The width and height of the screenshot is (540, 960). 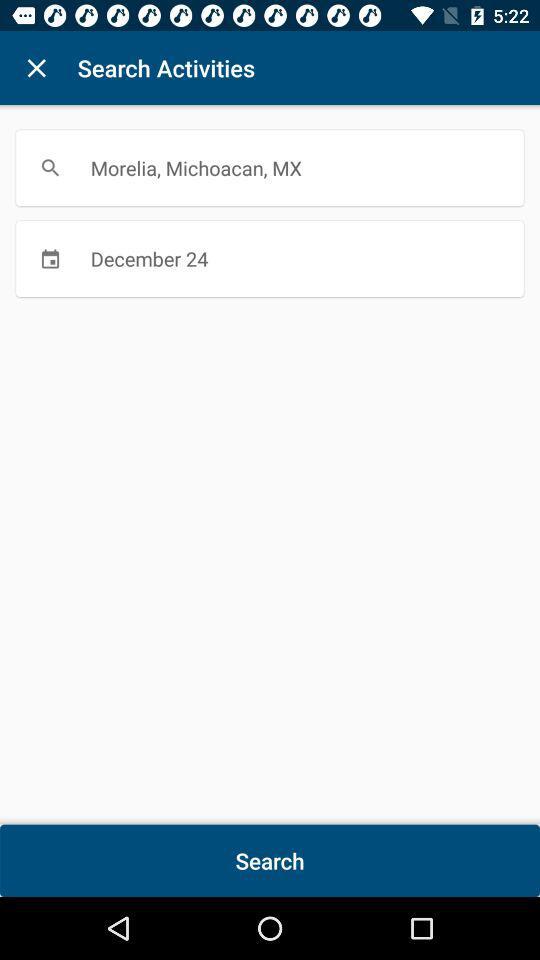 I want to click on december 24, so click(x=270, y=257).